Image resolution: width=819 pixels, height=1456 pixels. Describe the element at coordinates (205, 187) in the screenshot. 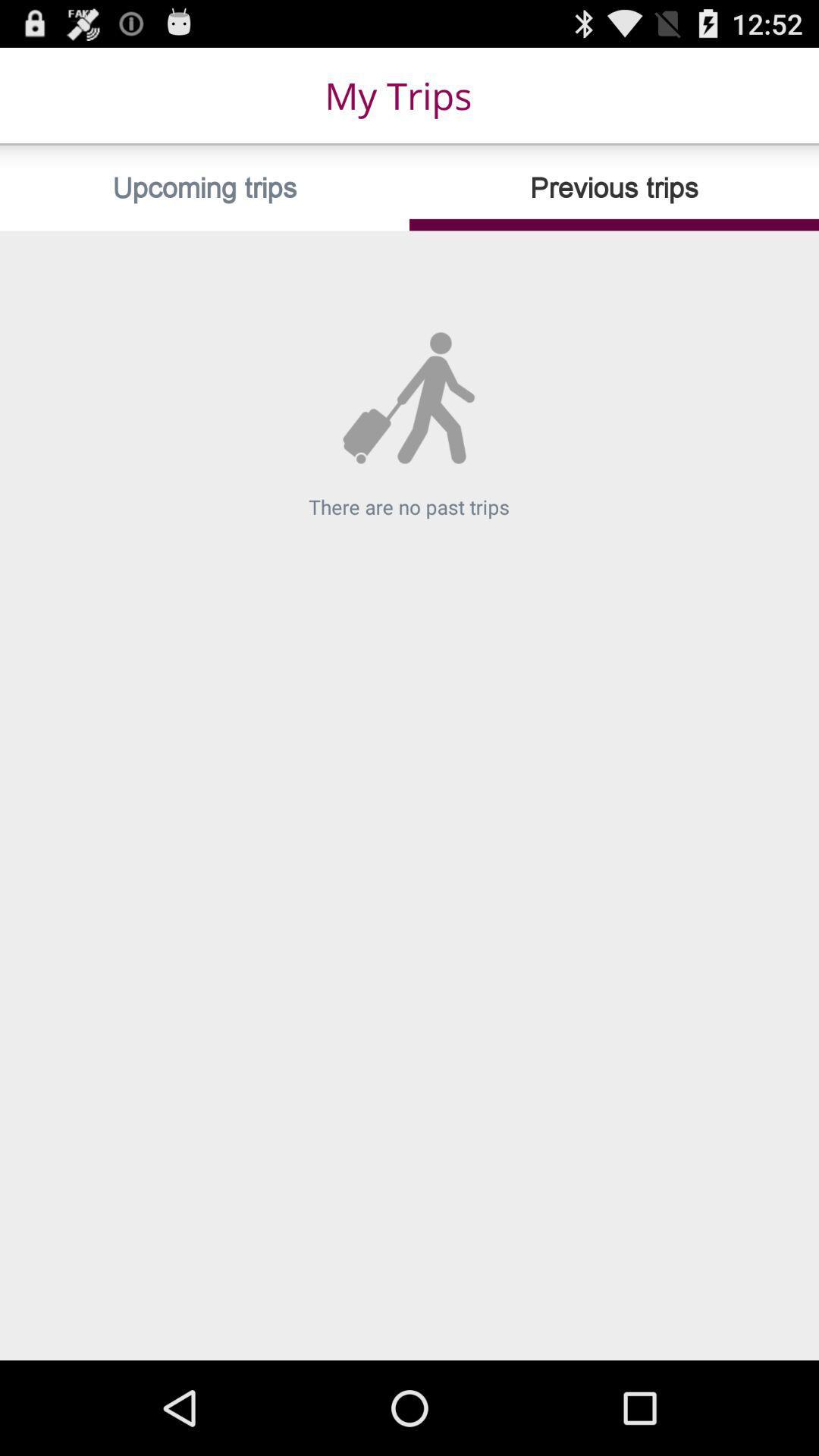

I see `upcoming trips item` at that location.